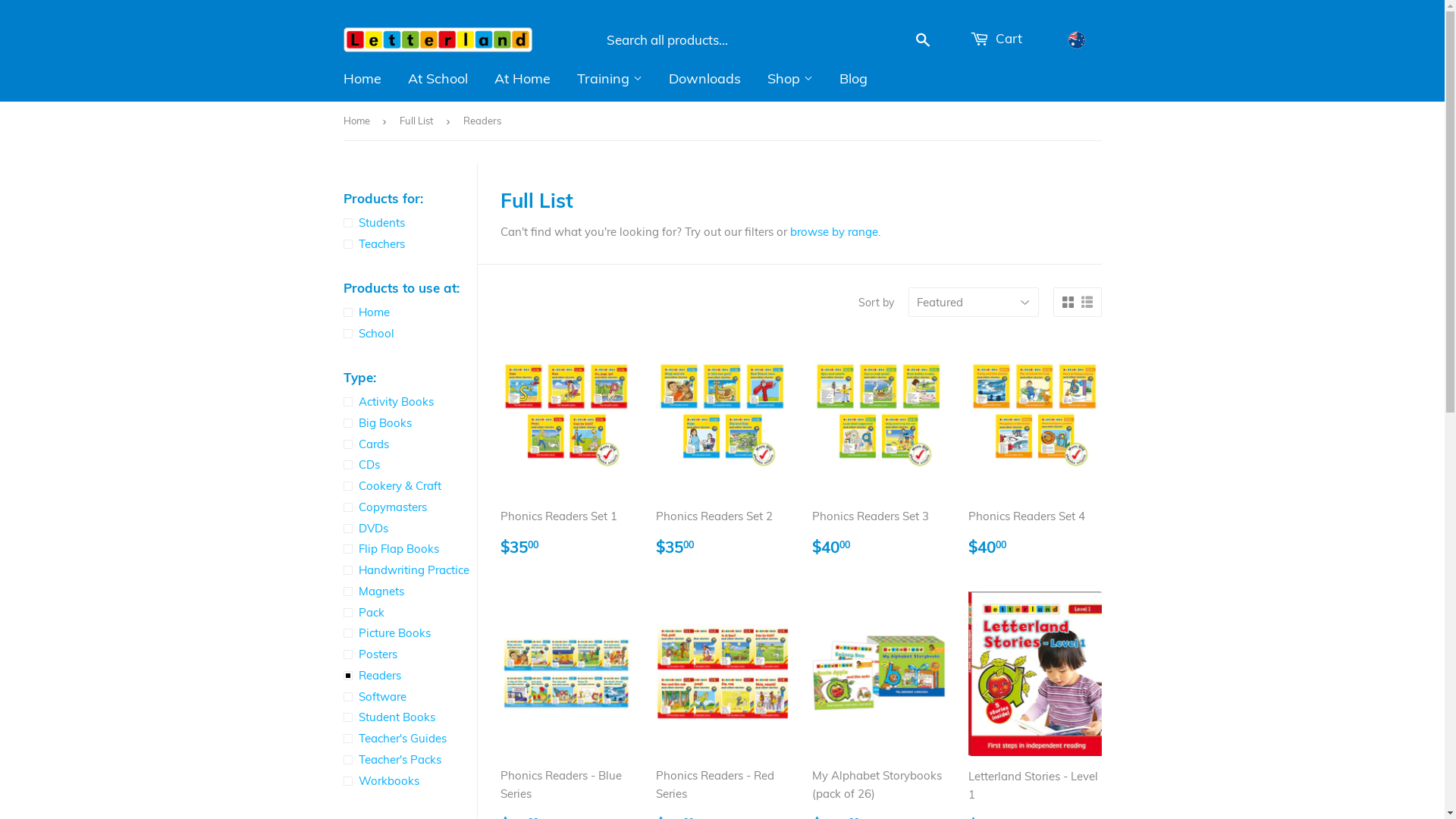 This screenshot has height=819, width=1456. Describe the element at coordinates (409, 738) in the screenshot. I see `'Teacher's Guides'` at that location.